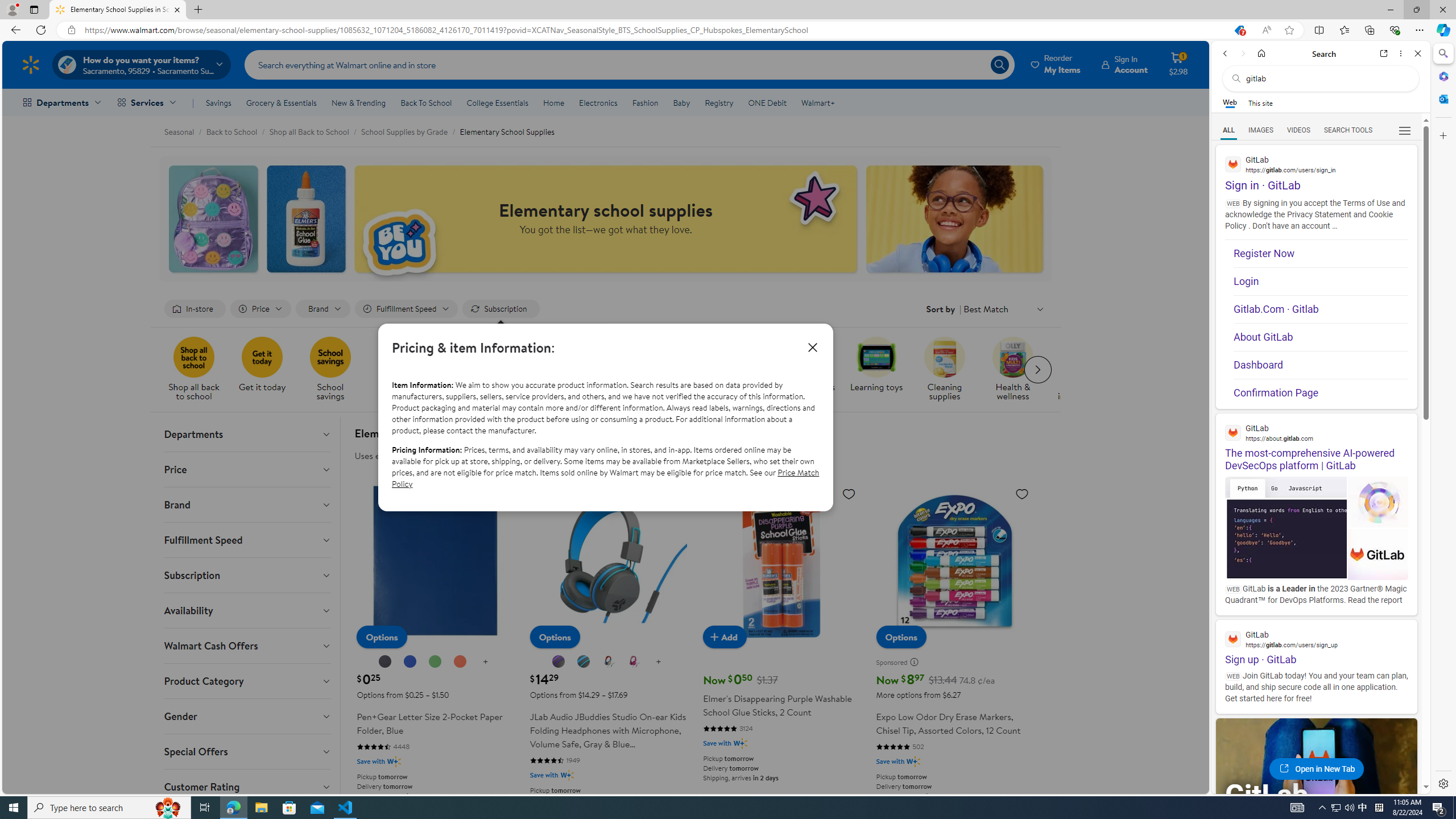 Image resolution: width=1456 pixels, height=819 pixels. Describe the element at coordinates (605, 477) in the screenshot. I see `'Price Match Policy'` at that location.